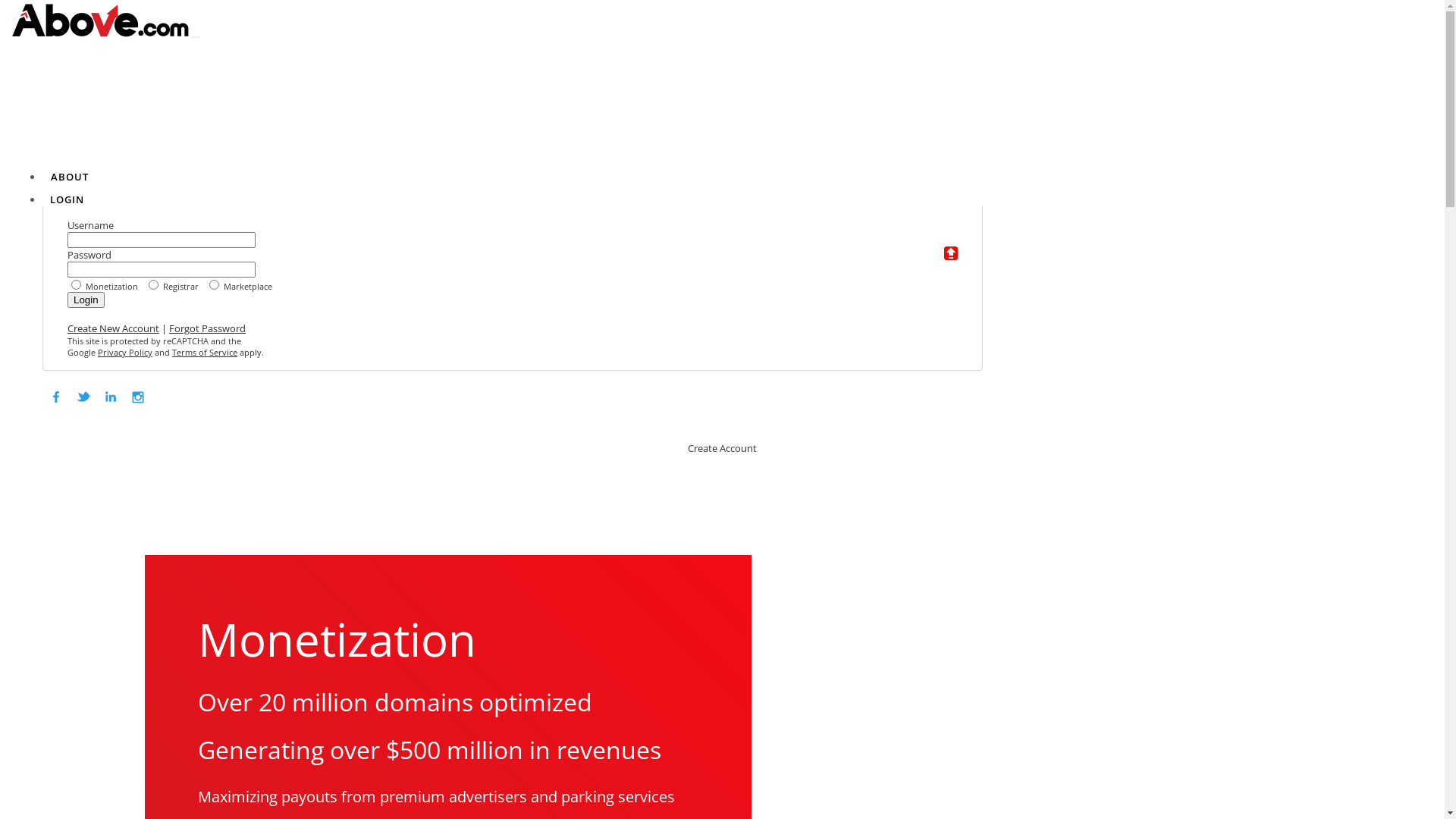 This screenshot has height=819, width=1456. I want to click on 'Monetization', so click(528, 391).